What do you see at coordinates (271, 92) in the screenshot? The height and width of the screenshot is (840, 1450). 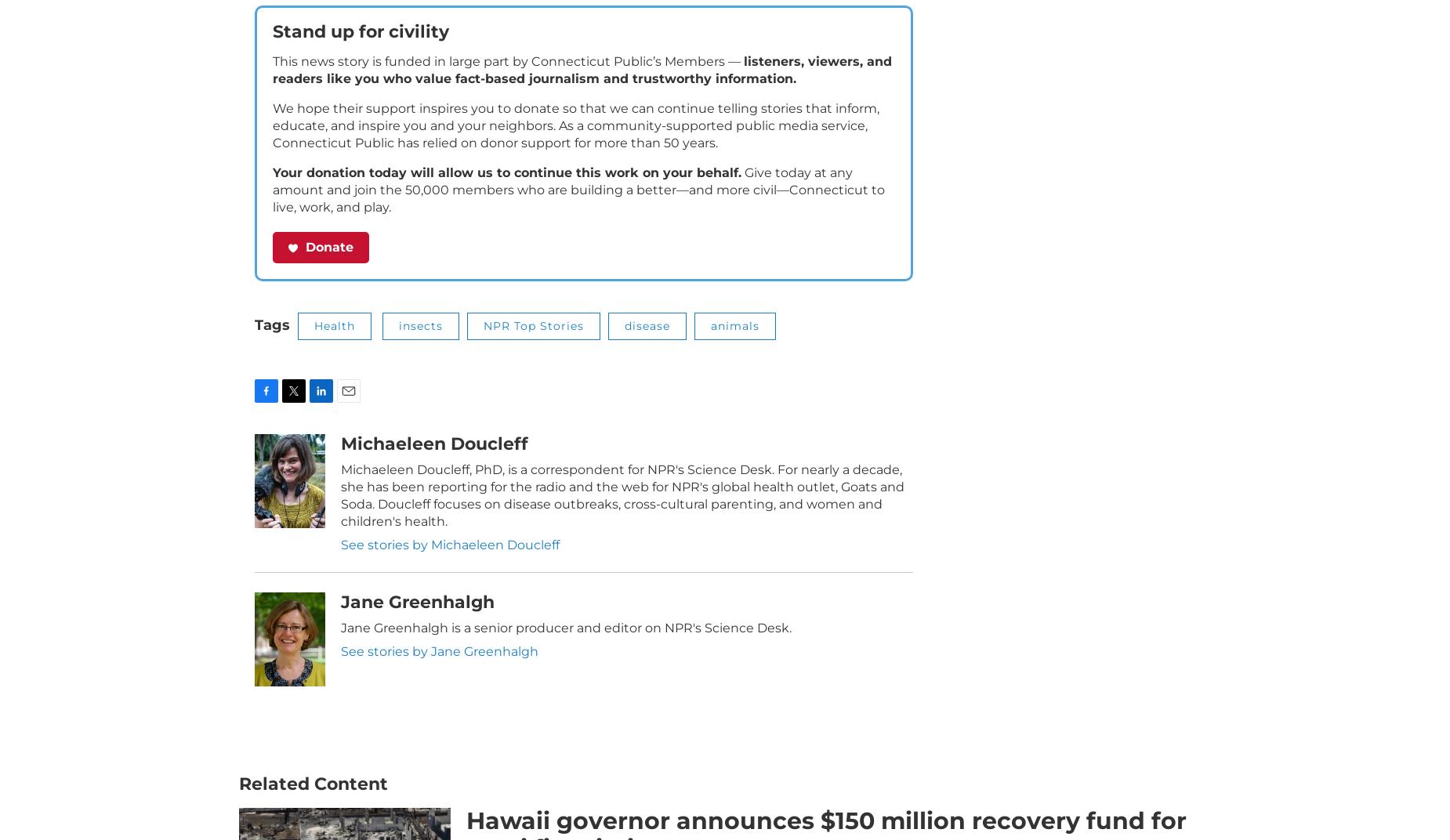 I see `'listeners, viewers, and readers like you who value fact-based journalism and trustworthy information.'` at bounding box center [271, 92].